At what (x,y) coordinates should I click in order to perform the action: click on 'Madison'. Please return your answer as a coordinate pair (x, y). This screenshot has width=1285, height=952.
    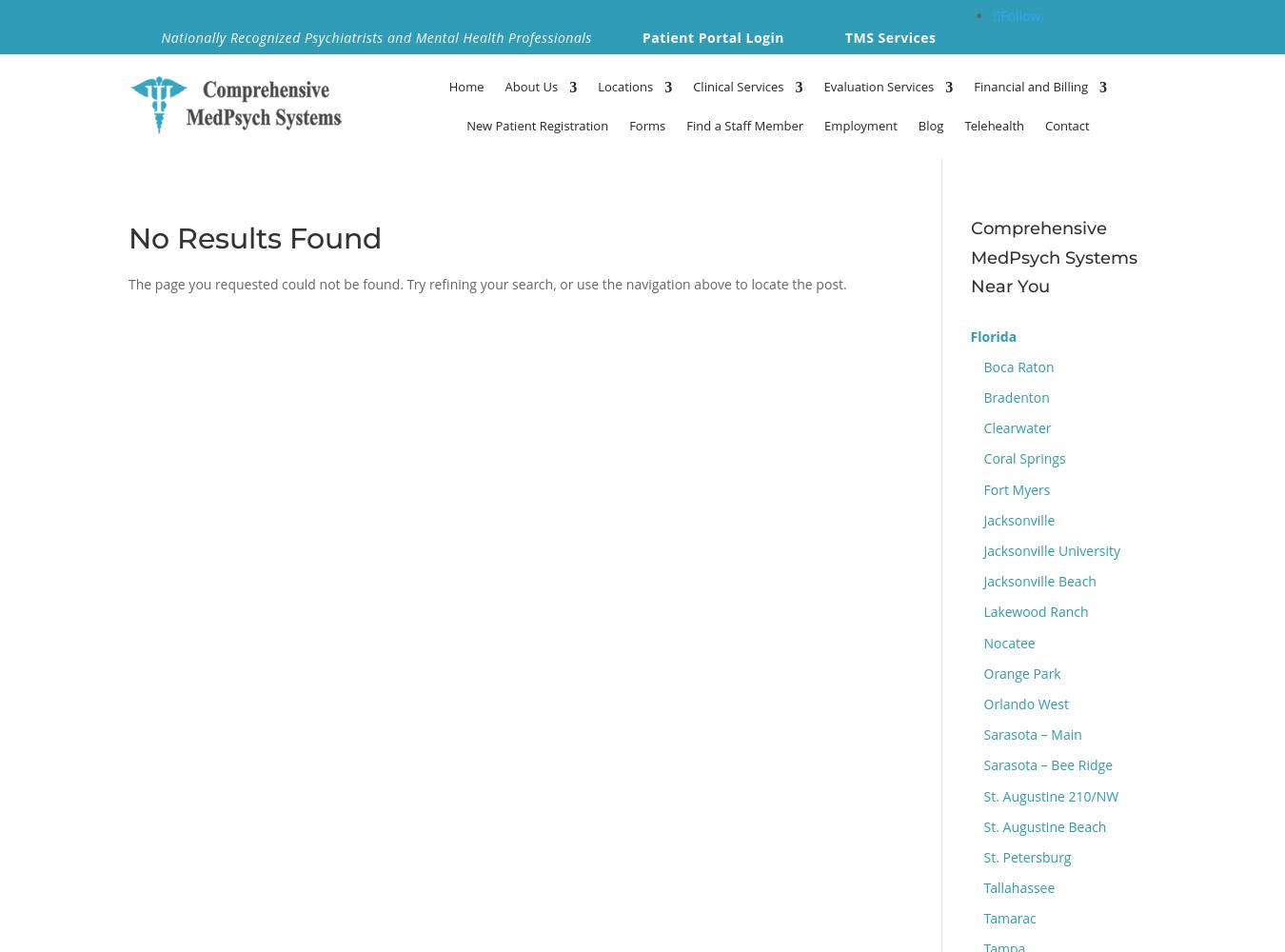
    Looking at the image, I should click on (903, 250).